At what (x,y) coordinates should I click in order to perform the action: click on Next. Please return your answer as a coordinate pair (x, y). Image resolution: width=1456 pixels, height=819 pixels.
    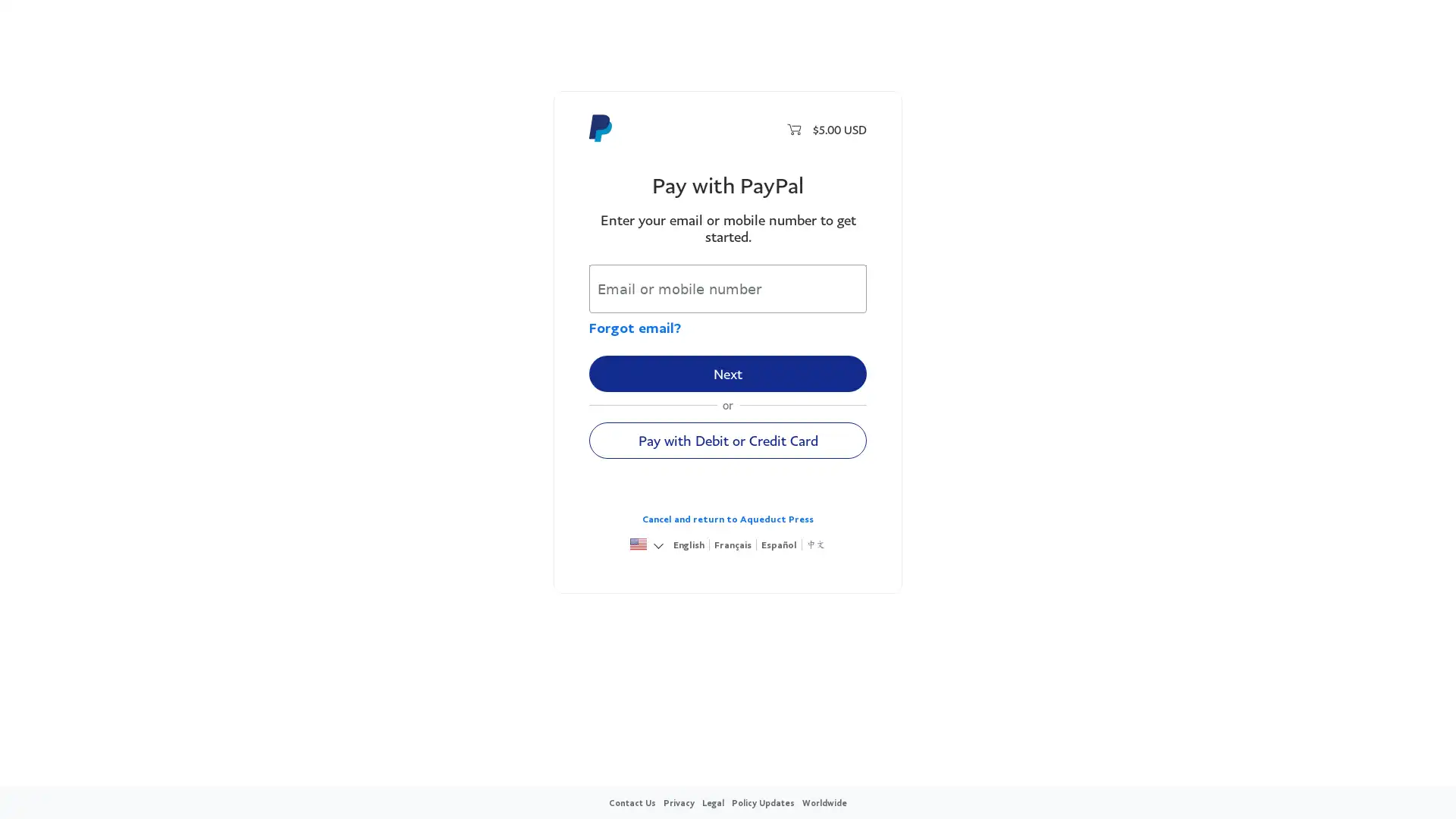
    Looking at the image, I should click on (728, 374).